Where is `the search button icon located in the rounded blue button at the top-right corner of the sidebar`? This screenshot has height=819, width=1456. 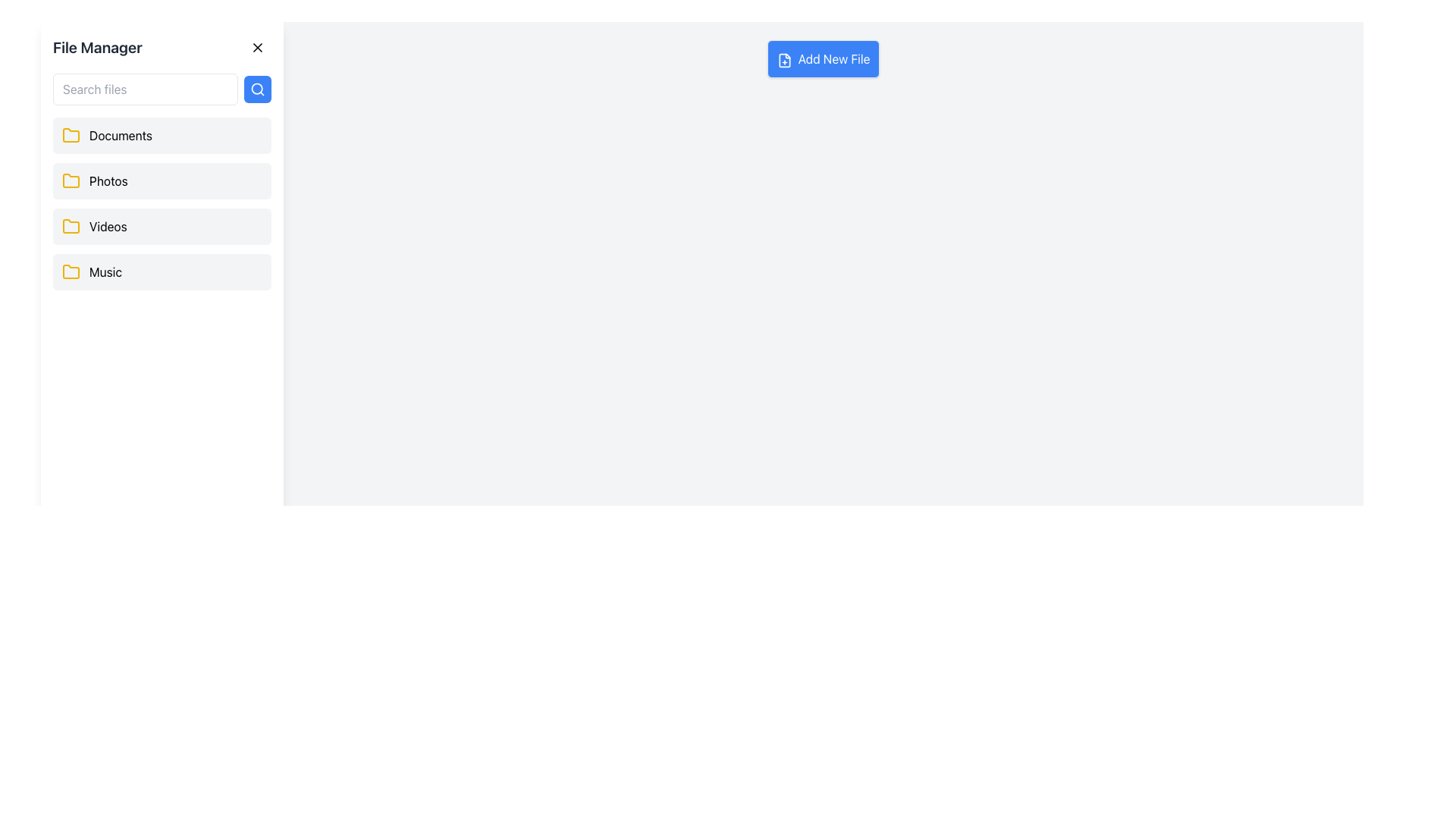 the search button icon located in the rounded blue button at the top-right corner of the sidebar is located at coordinates (258, 89).